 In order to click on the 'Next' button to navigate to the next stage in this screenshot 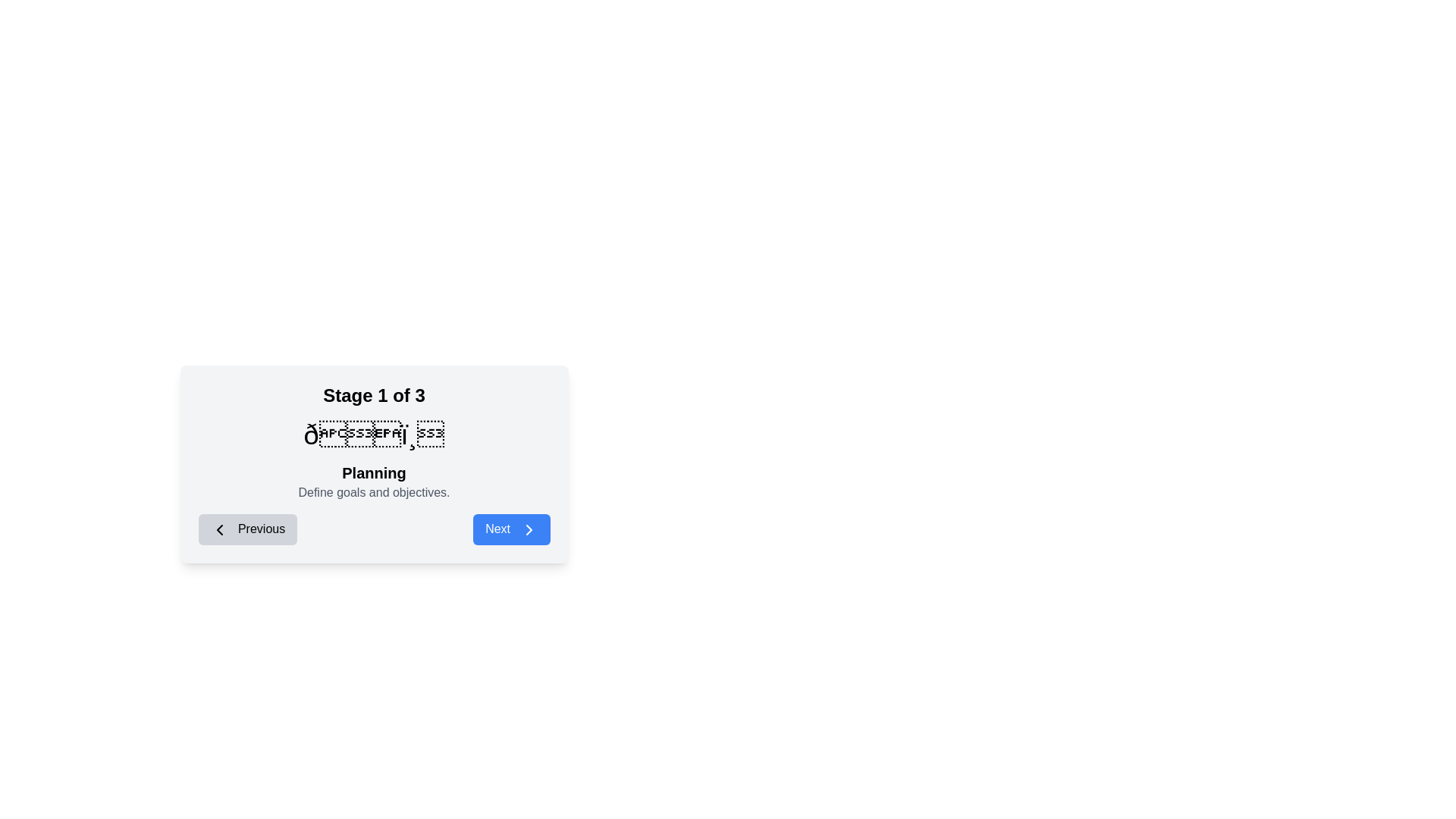, I will do `click(510, 529)`.